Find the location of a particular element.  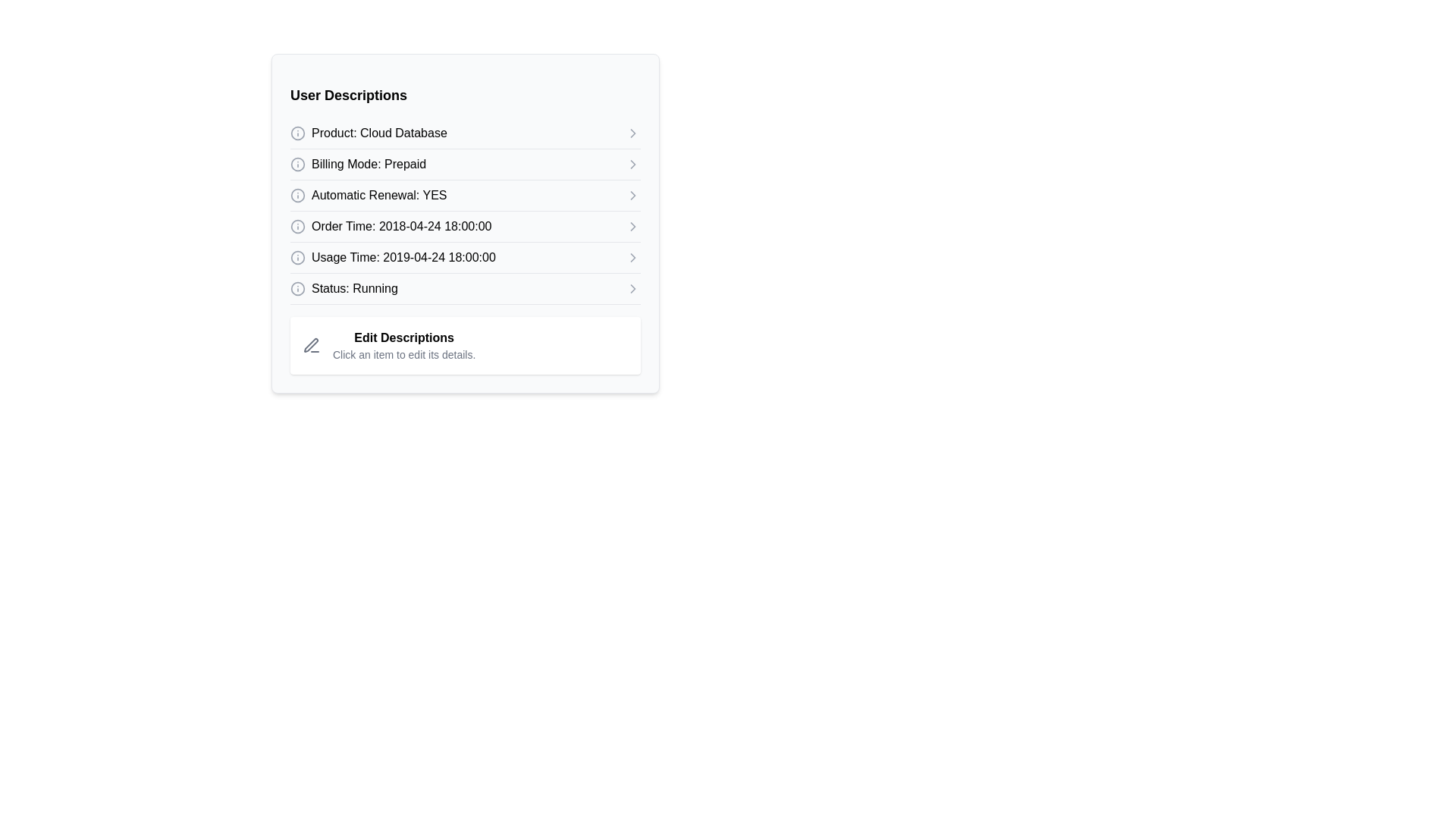

the text label 'Automatic Renewal: YES', which is located in the 'User Descriptions' section, specifically on the third row, between 'Billing Mode: Prepaid' and 'Order Time: 2018-04-24 18:00:00' is located at coordinates (379, 195).